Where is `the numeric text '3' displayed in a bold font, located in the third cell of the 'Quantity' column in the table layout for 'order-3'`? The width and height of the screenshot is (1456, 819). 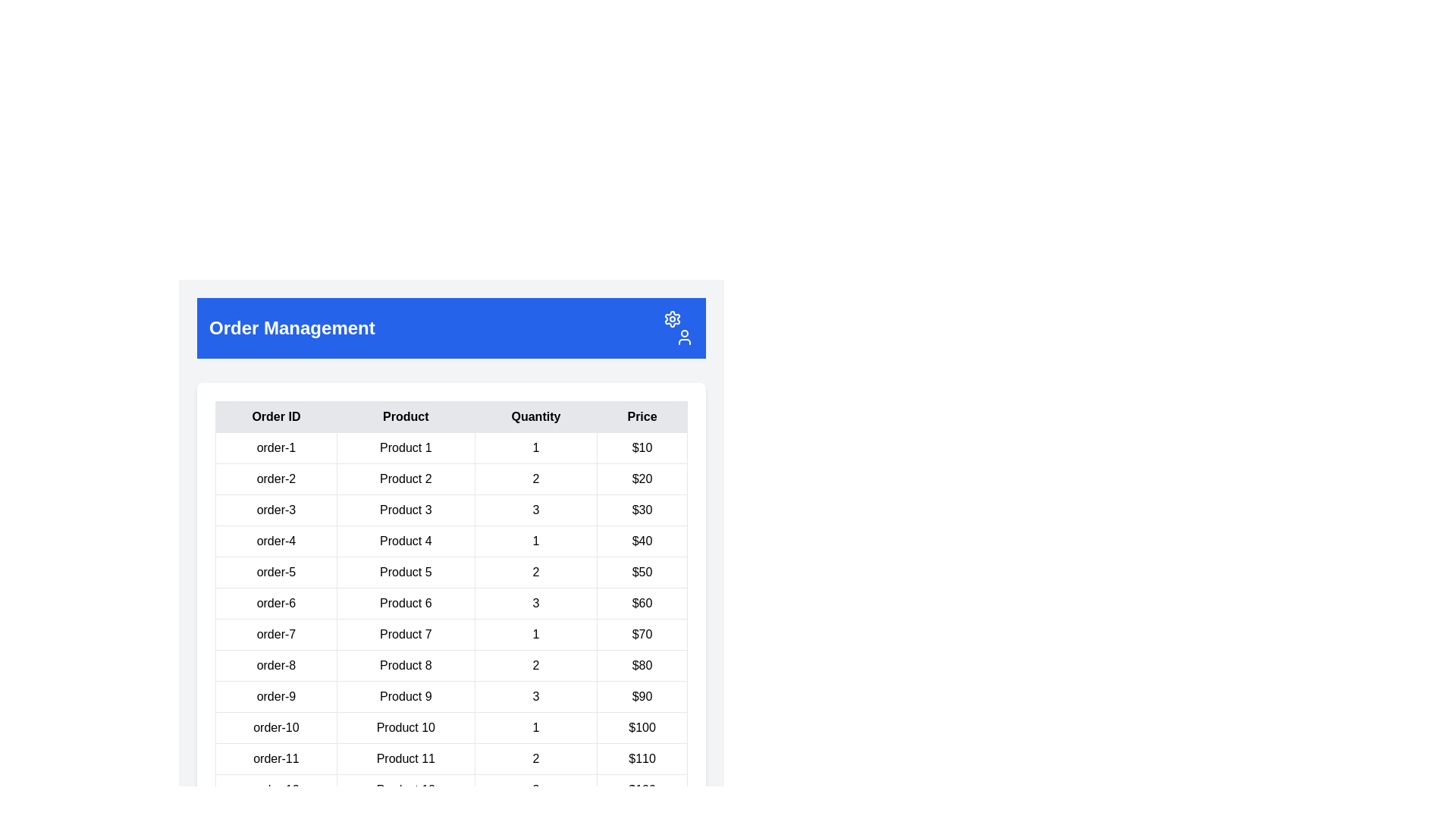 the numeric text '3' displayed in a bold font, located in the third cell of the 'Quantity' column in the table layout for 'order-3' is located at coordinates (535, 510).